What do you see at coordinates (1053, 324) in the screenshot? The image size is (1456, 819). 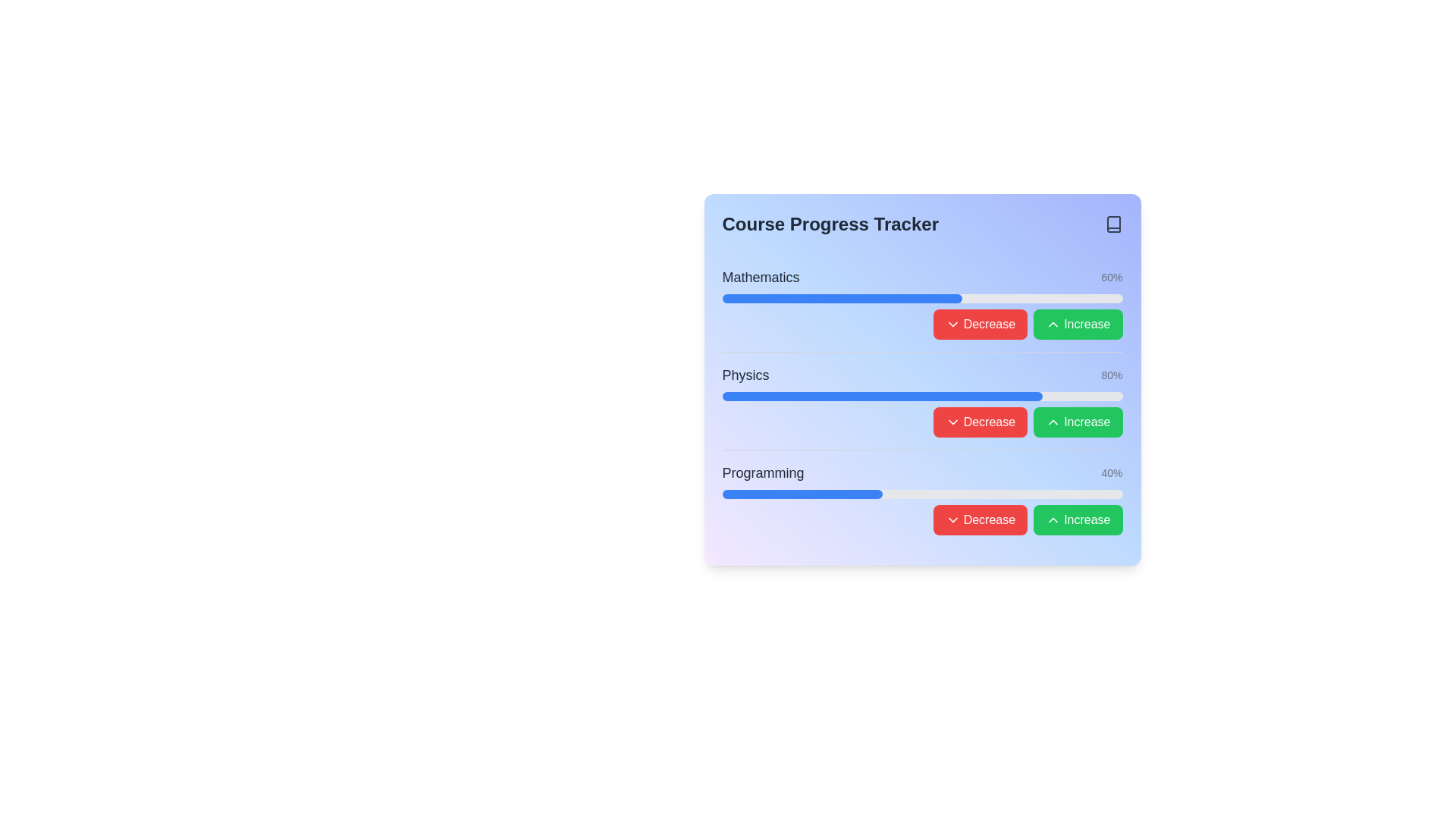 I see `the 'Increase' button, which is a rounded green button located at the far-right end of the Mathematics row in the progress tracker` at bounding box center [1053, 324].